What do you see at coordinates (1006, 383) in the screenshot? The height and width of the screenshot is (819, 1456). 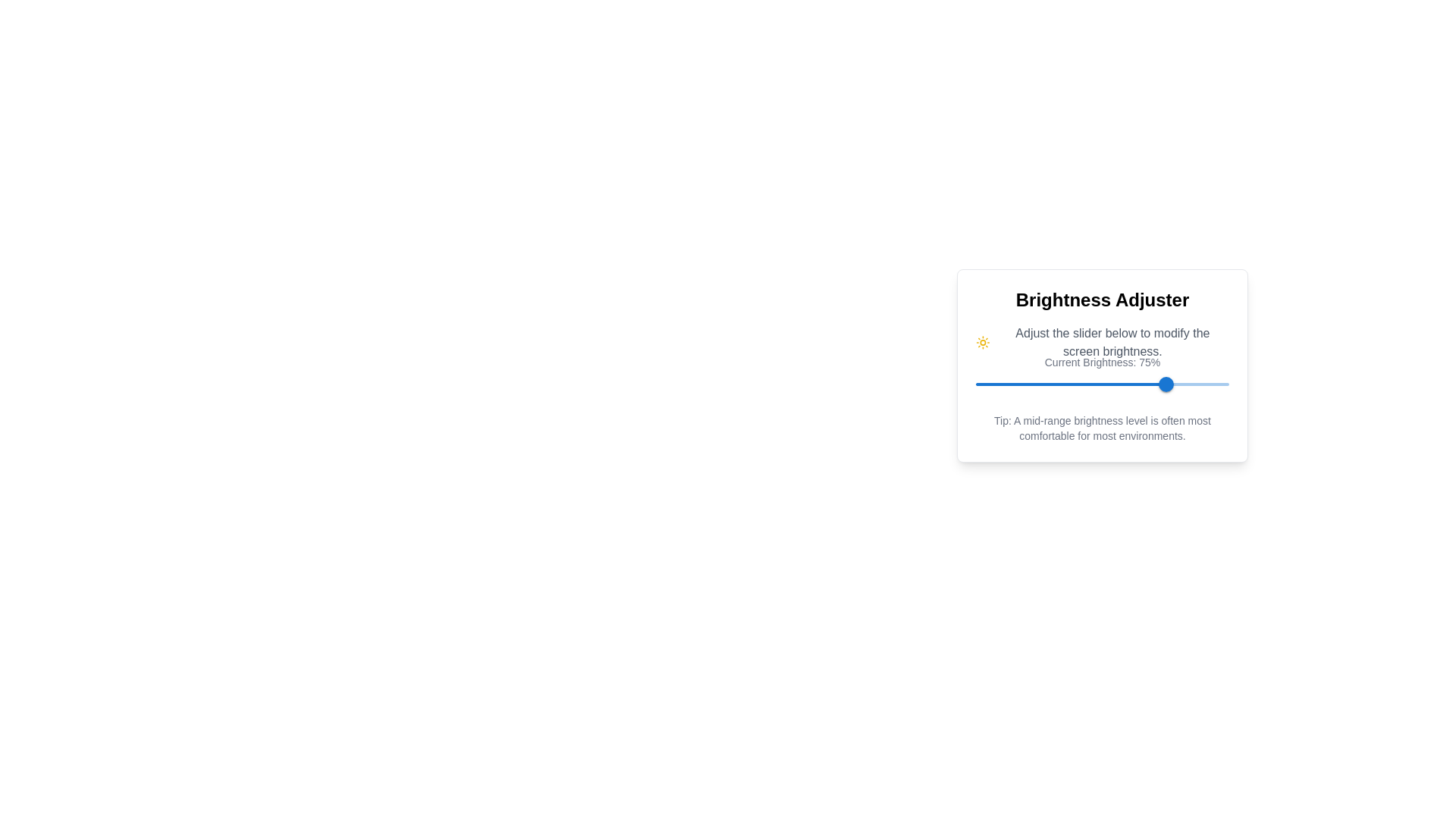 I see `brightness level` at bounding box center [1006, 383].